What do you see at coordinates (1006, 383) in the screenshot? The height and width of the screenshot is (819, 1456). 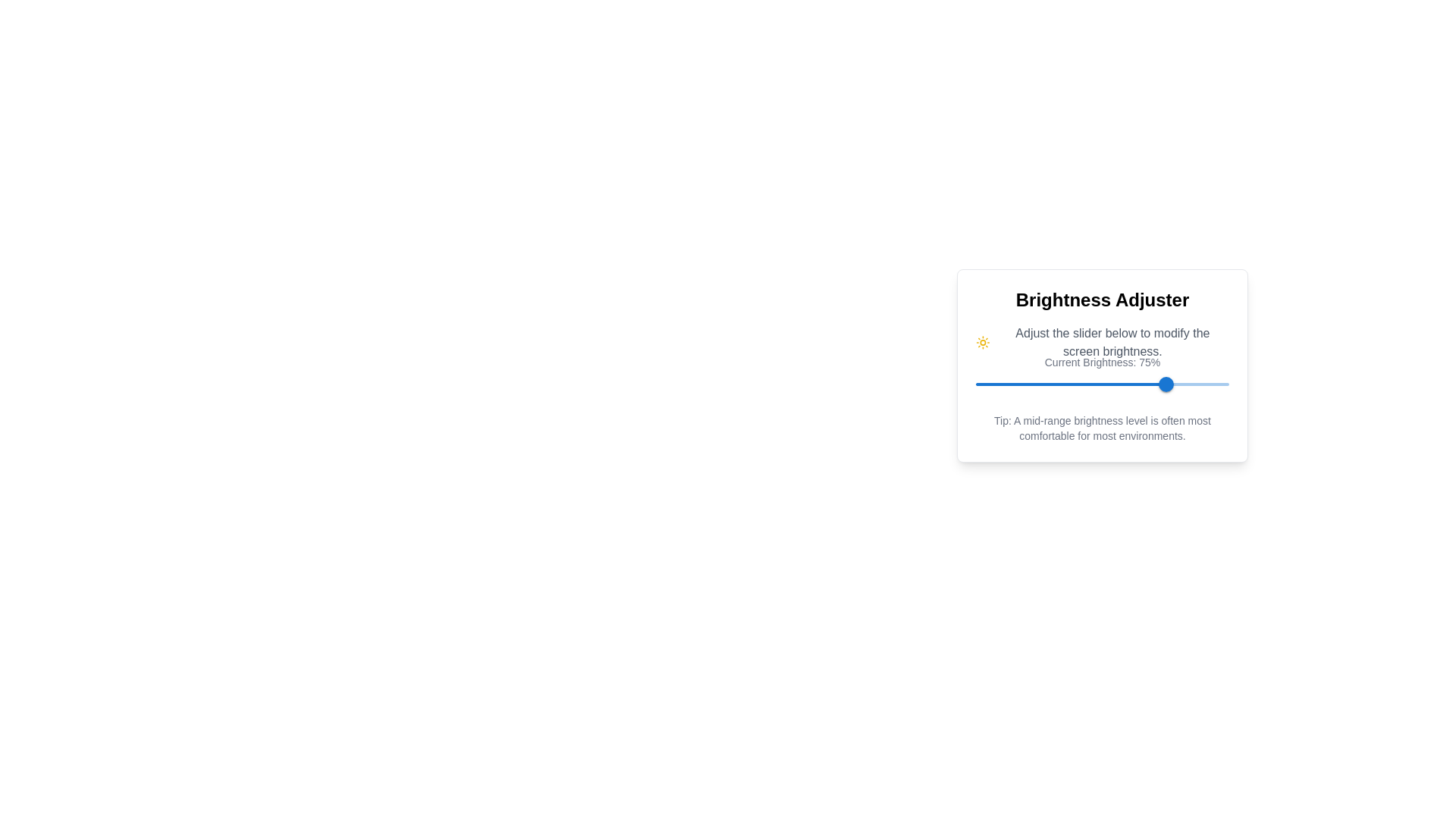 I see `brightness level` at bounding box center [1006, 383].